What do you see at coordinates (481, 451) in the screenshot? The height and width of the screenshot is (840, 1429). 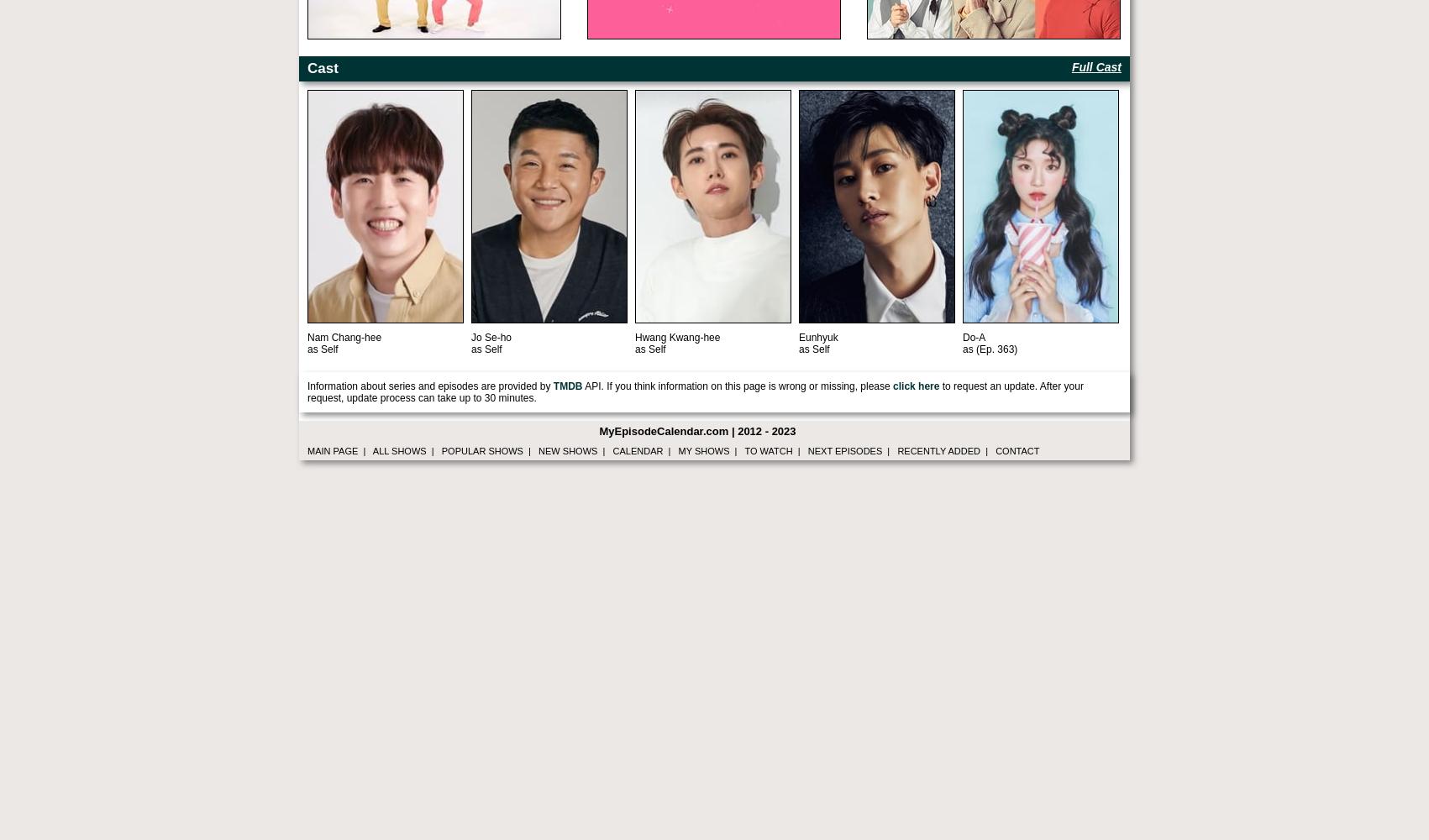 I see `'POPULAR SHOWS'` at bounding box center [481, 451].